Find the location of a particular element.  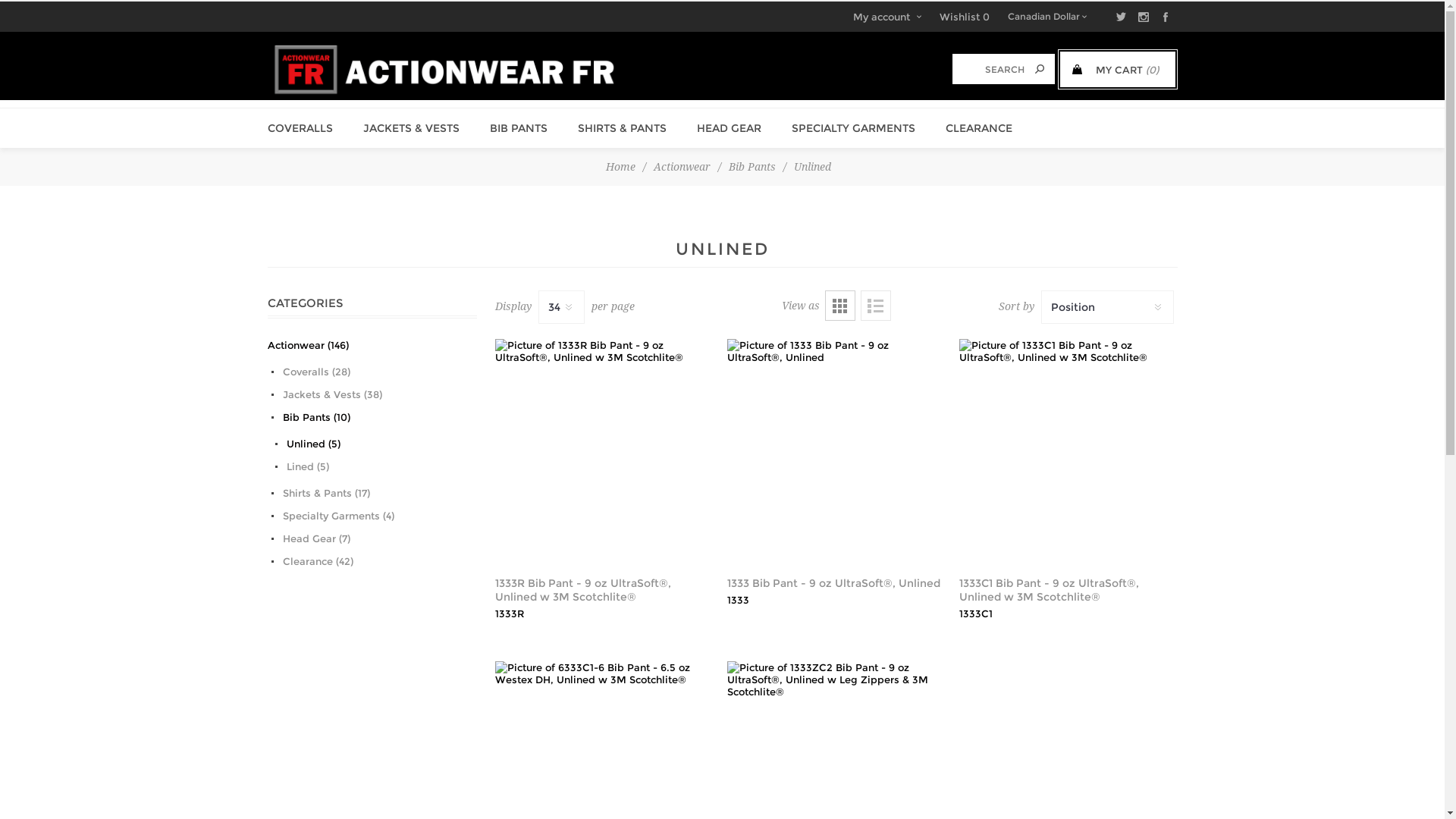

'BIB PANTS' is located at coordinates (519, 127).